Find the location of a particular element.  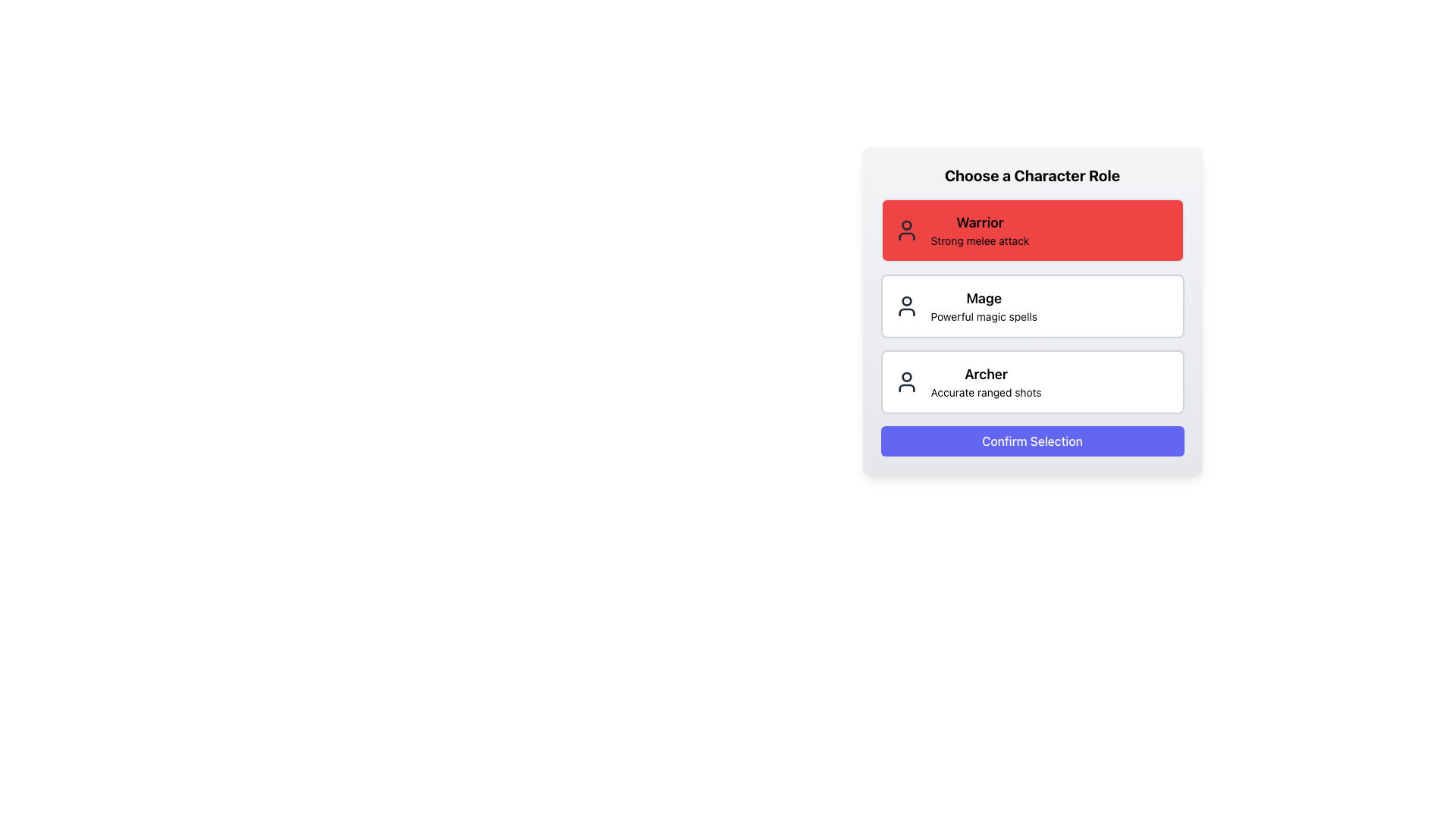

the text label that describes the 'Mage' role, which is located directly below the 'Mage' label in the selection card is located at coordinates (984, 315).